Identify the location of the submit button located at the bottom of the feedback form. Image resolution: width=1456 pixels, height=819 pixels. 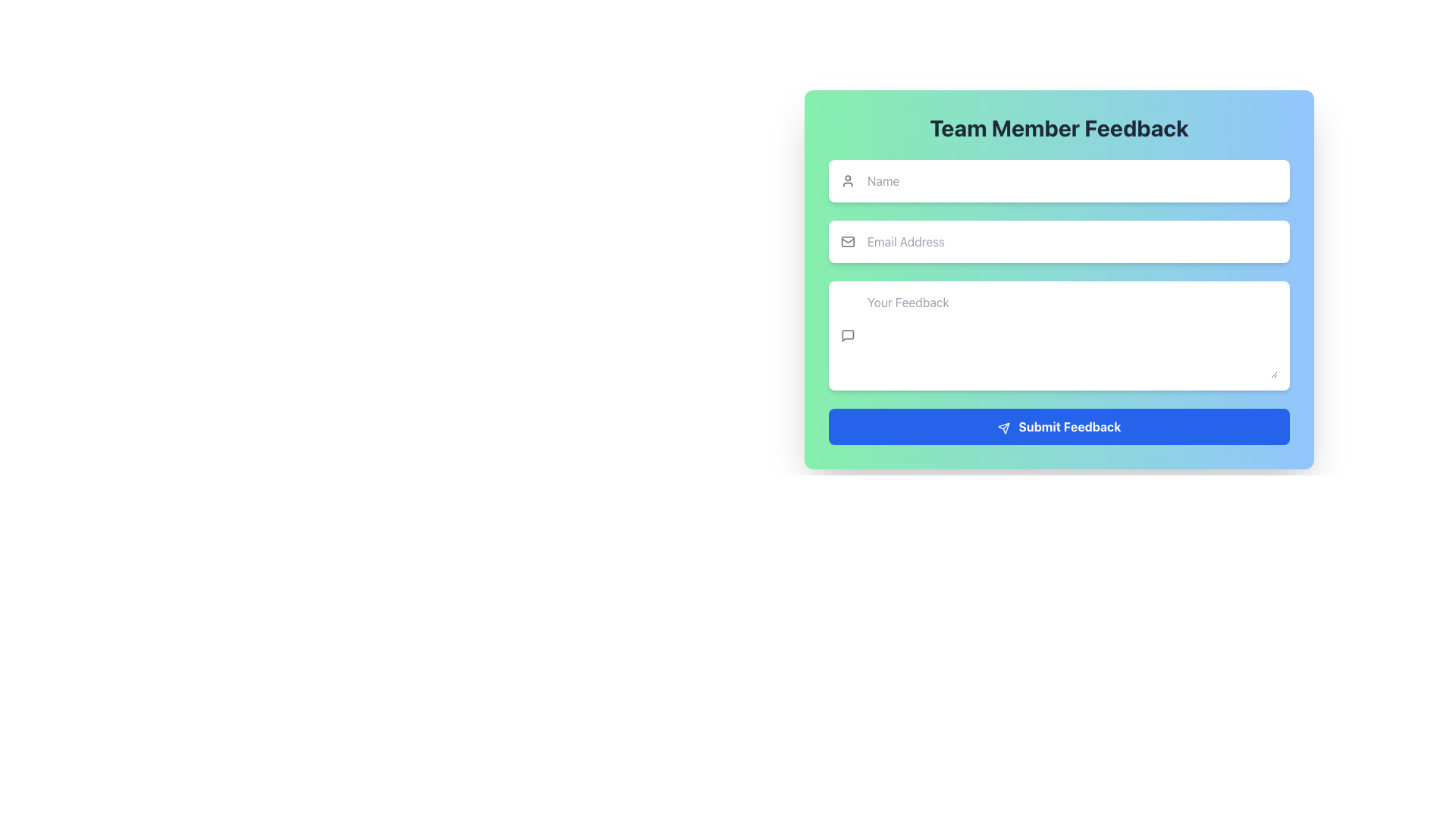
(1058, 427).